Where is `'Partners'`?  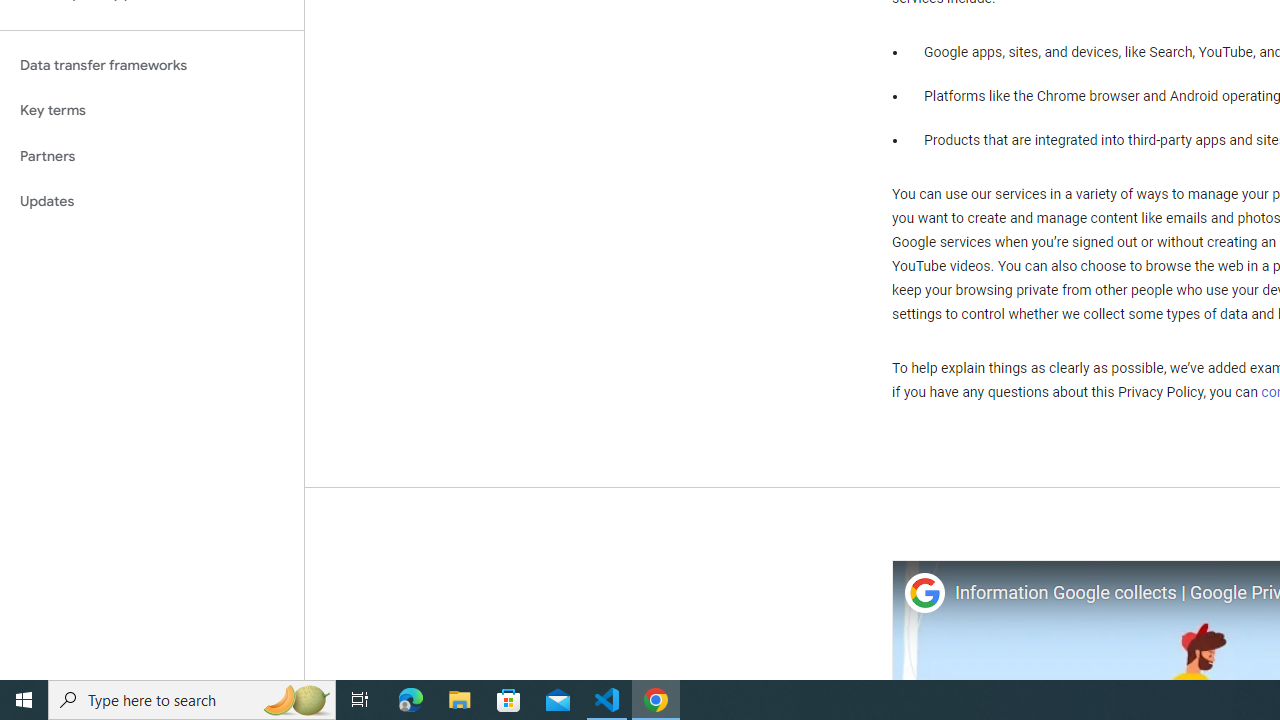 'Partners' is located at coordinates (151, 155).